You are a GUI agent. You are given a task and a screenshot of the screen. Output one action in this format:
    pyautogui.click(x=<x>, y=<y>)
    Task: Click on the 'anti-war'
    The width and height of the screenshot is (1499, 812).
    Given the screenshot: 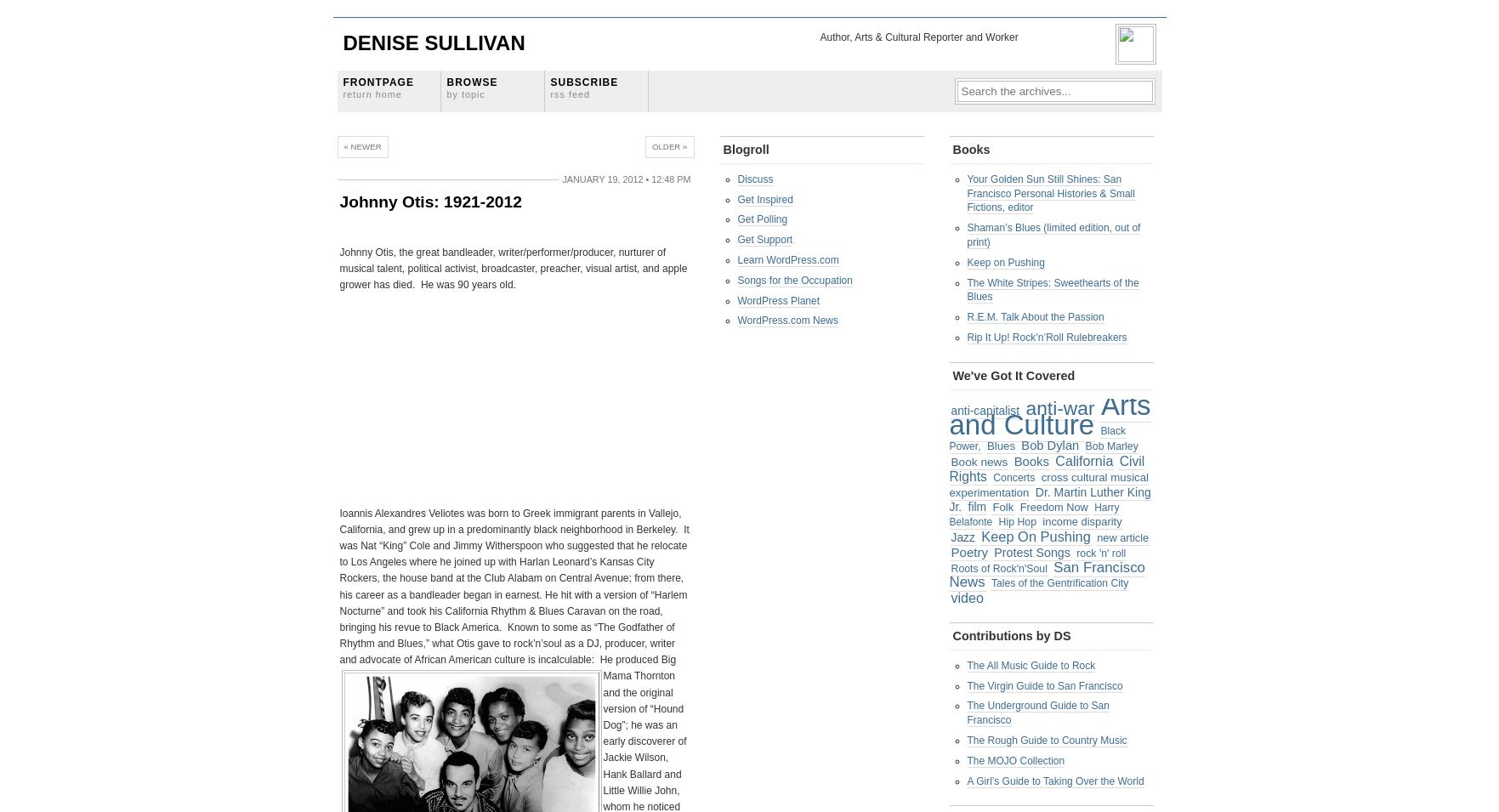 What is the action you would take?
    pyautogui.click(x=1059, y=407)
    